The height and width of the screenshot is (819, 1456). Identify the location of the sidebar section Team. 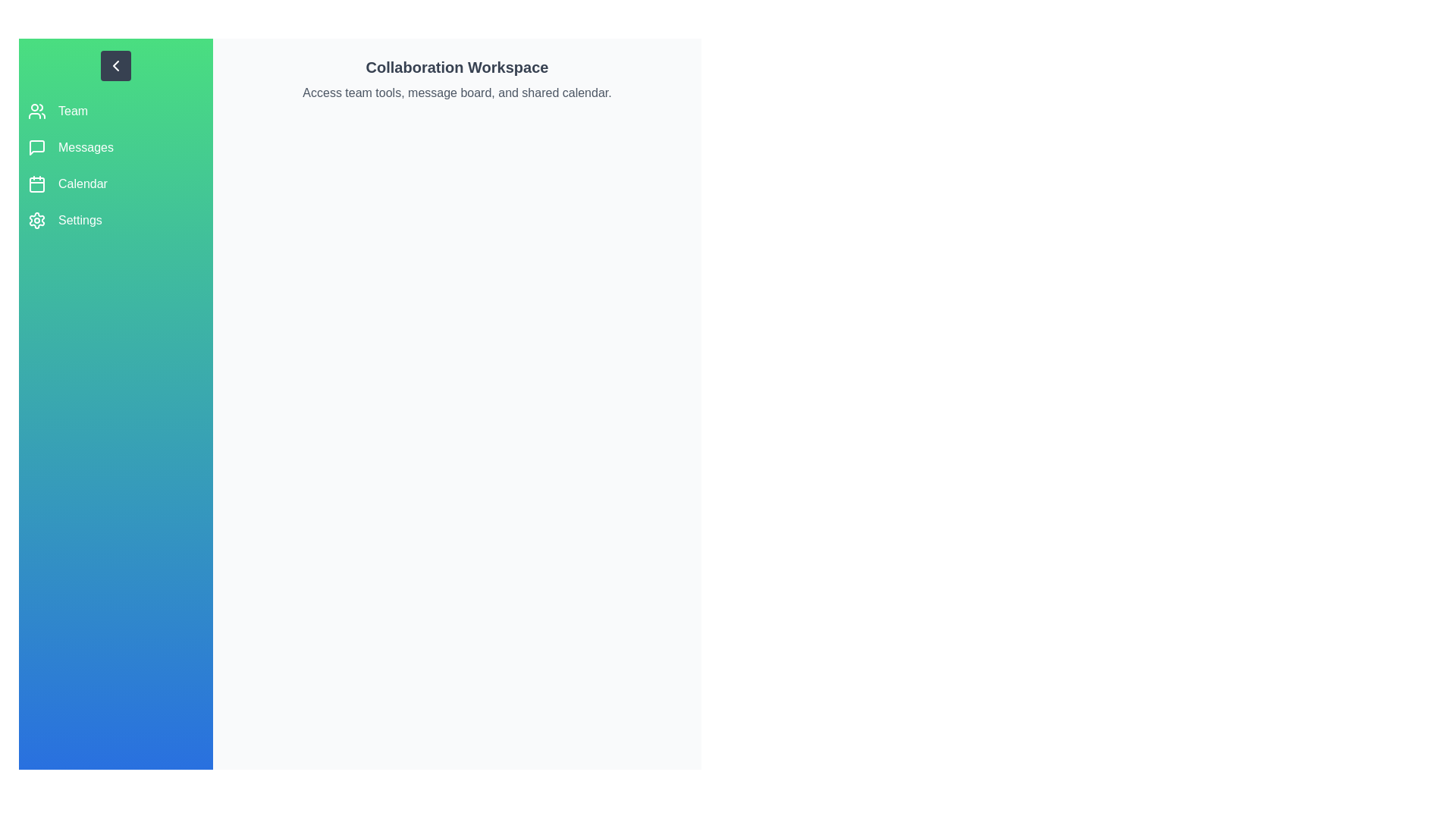
(115, 110).